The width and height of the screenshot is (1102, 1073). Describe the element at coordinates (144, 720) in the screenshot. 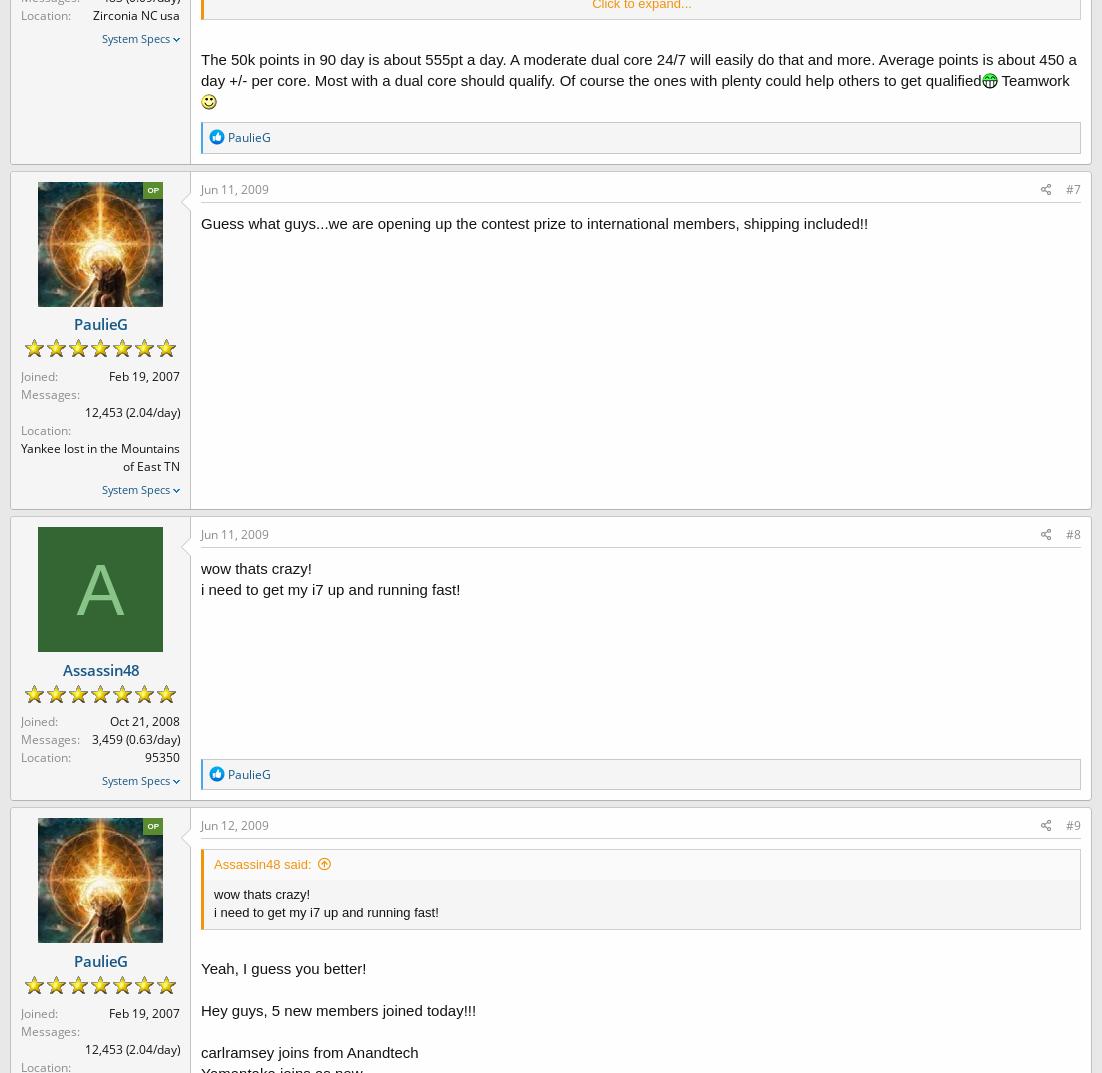

I see `'Oct 21, 2008'` at that location.